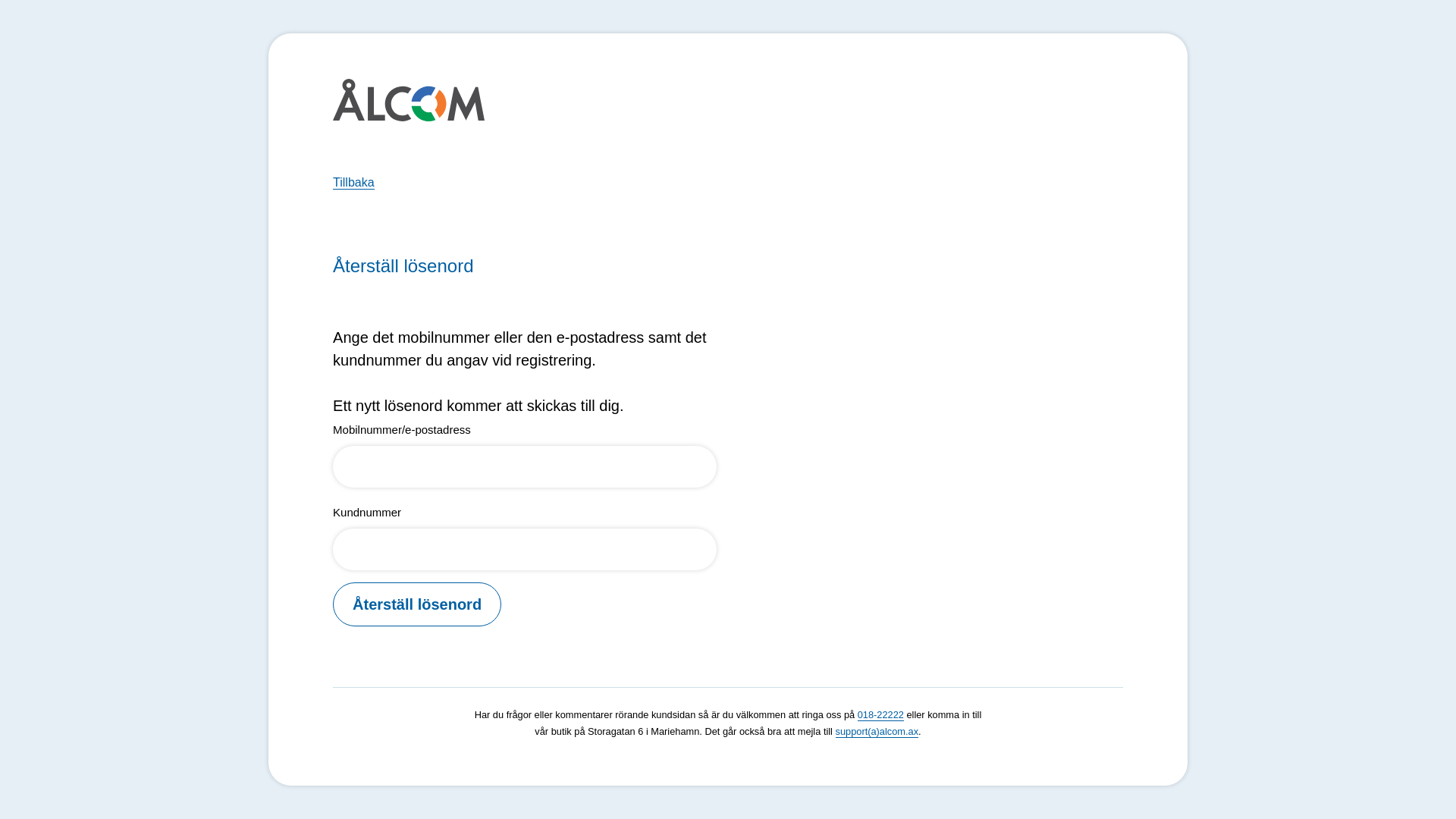 This screenshot has height=819, width=1456. Describe the element at coordinates (877, 730) in the screenshot. I see `'support(a)alcom.ax'` at that location.